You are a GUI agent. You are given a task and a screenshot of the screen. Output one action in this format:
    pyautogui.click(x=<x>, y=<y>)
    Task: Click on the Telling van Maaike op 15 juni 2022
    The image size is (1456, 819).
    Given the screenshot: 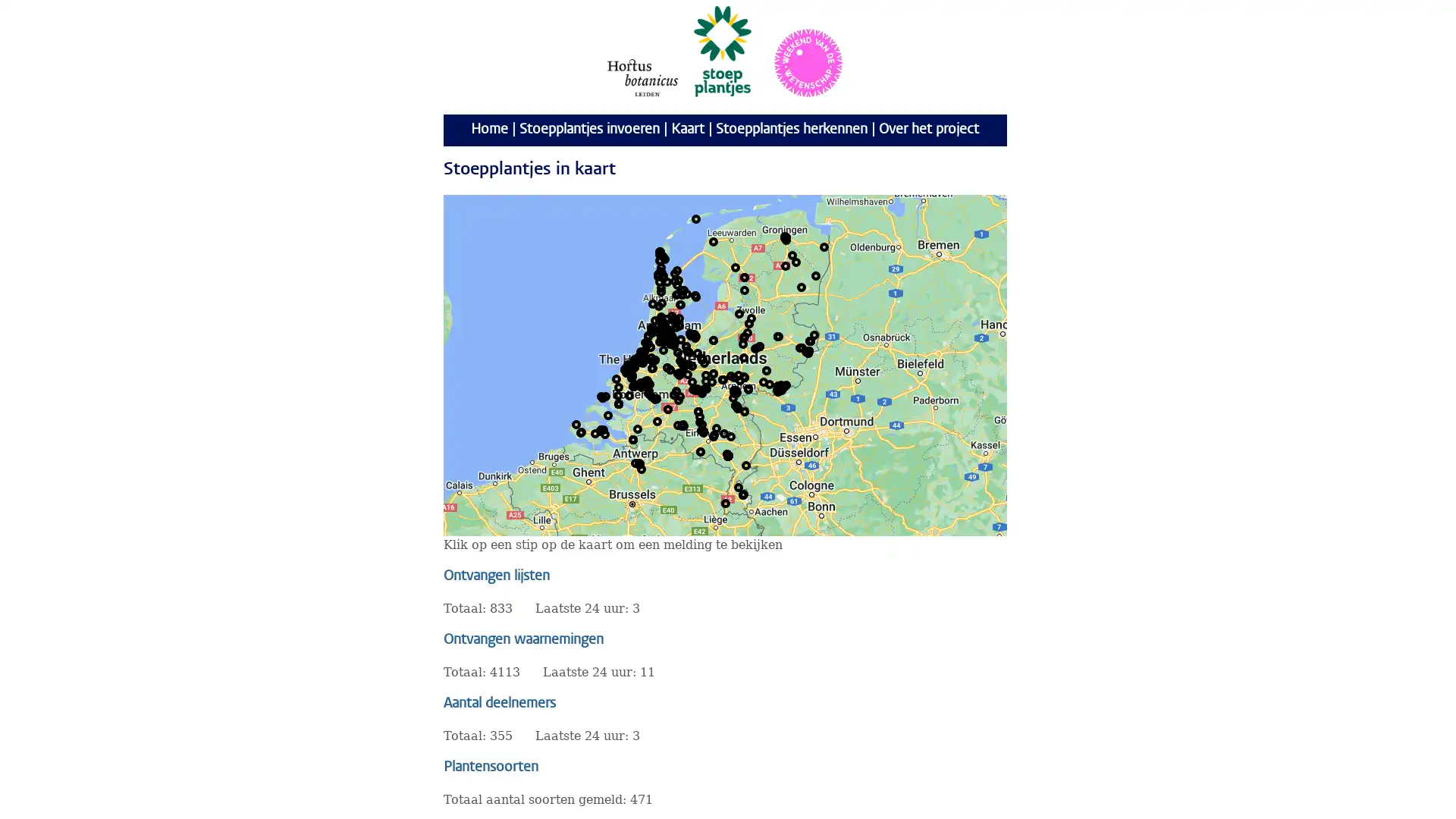 What is the action you would take?
    pyautogui.click(x=701, y=357)
    